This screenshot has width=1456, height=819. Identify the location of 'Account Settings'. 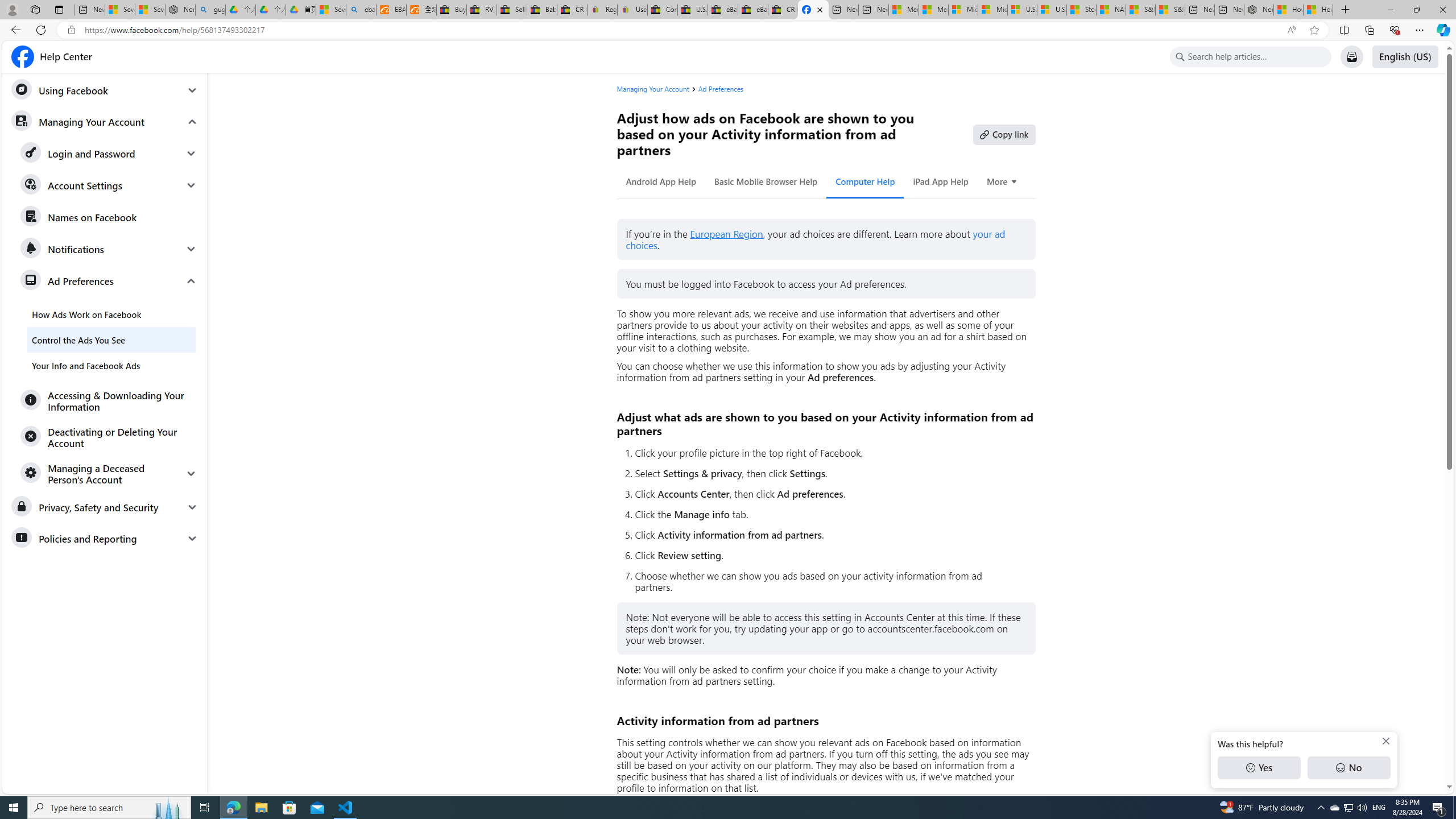
(109, 185).